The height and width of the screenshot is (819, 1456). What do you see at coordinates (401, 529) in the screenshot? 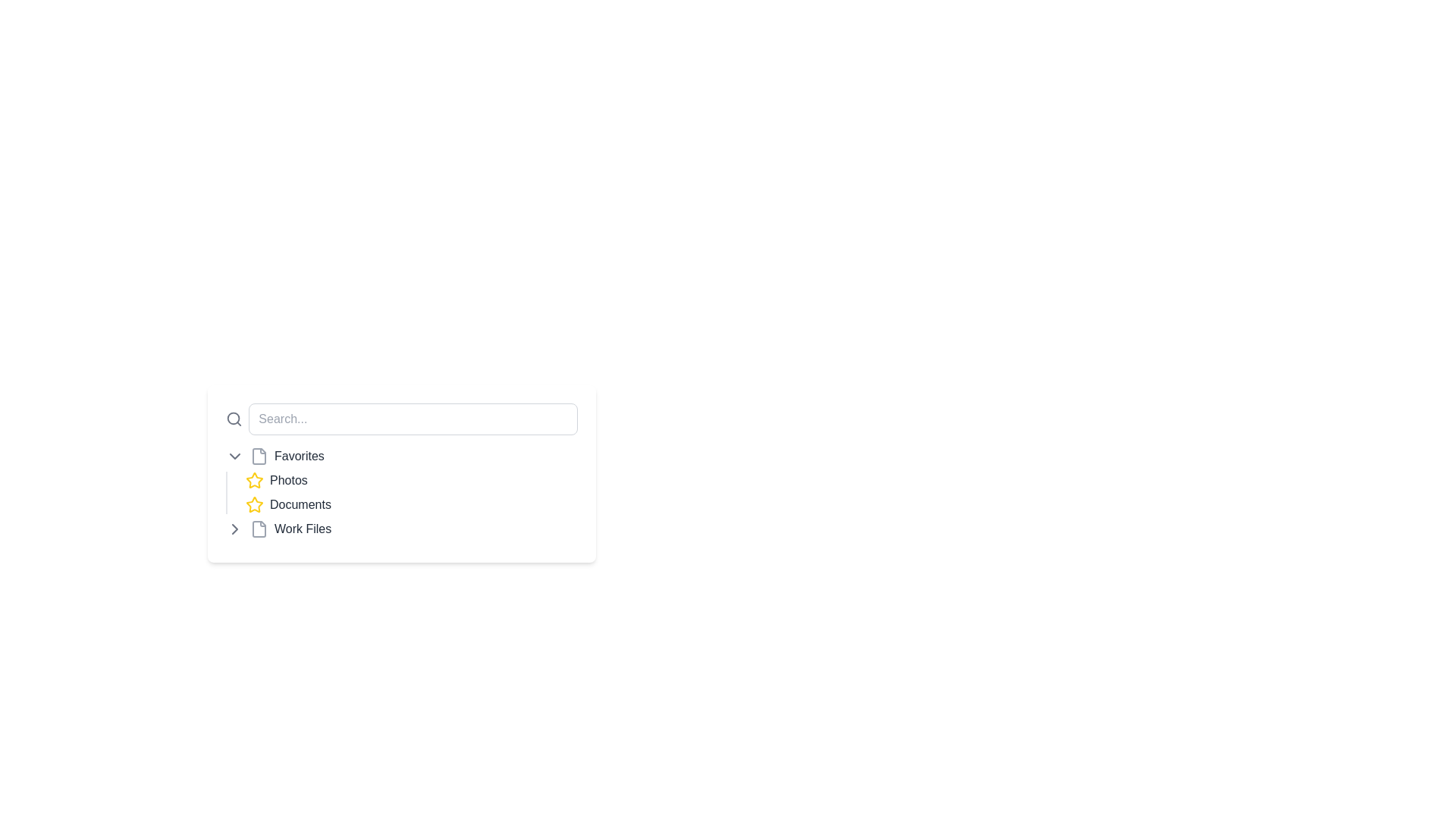
I see `the chevron on the fourth entry in the 'Favorites' sidebar labeled 'Work Files'` at bounding box center [401, 529].